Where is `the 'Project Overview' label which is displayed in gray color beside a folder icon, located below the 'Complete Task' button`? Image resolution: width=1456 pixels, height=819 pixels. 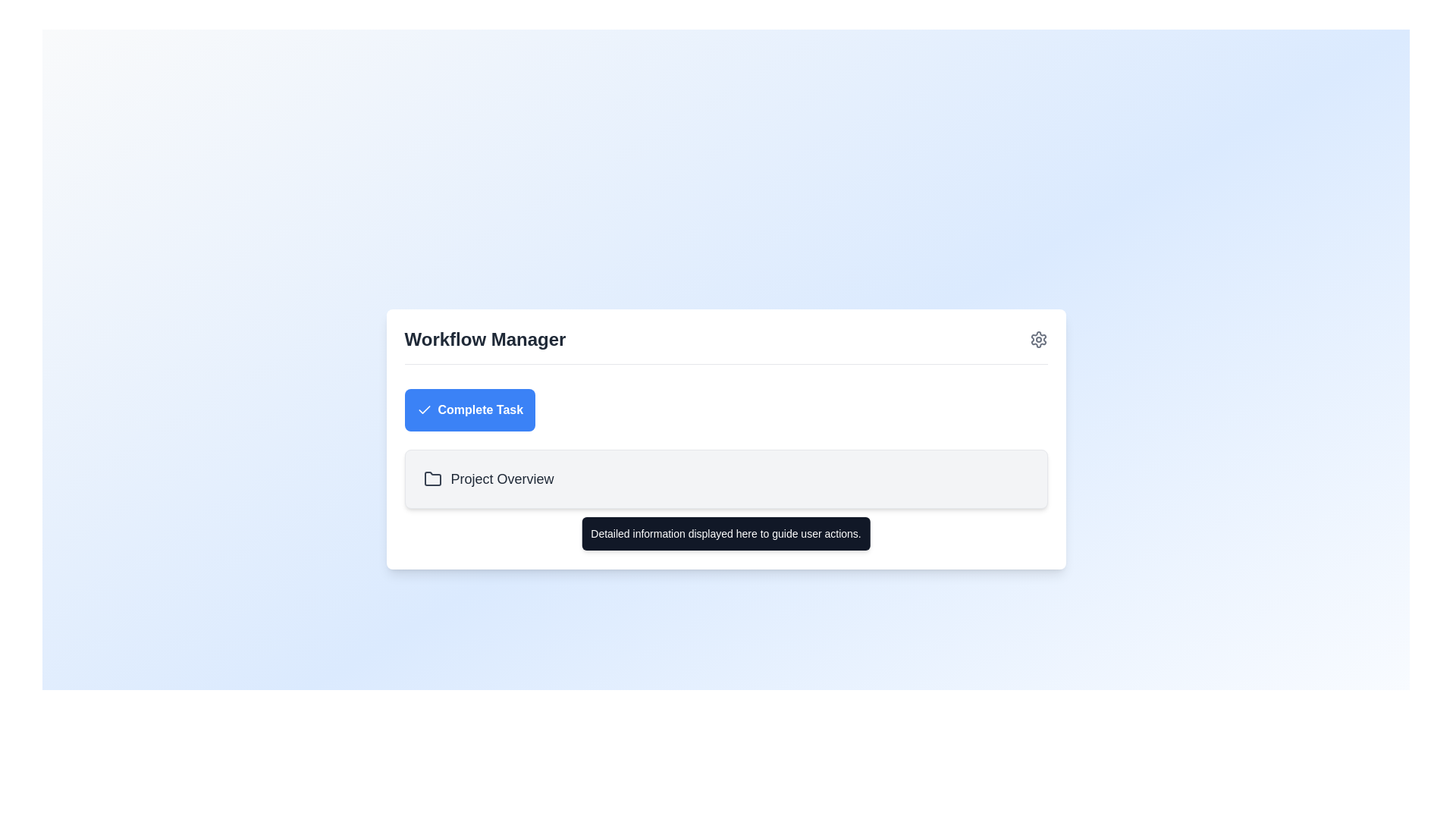
the 'Project Overview' label which is displayed in gray color beside a folder icon, located below the 'Complete Task' button is located at coordinates (502, 479).